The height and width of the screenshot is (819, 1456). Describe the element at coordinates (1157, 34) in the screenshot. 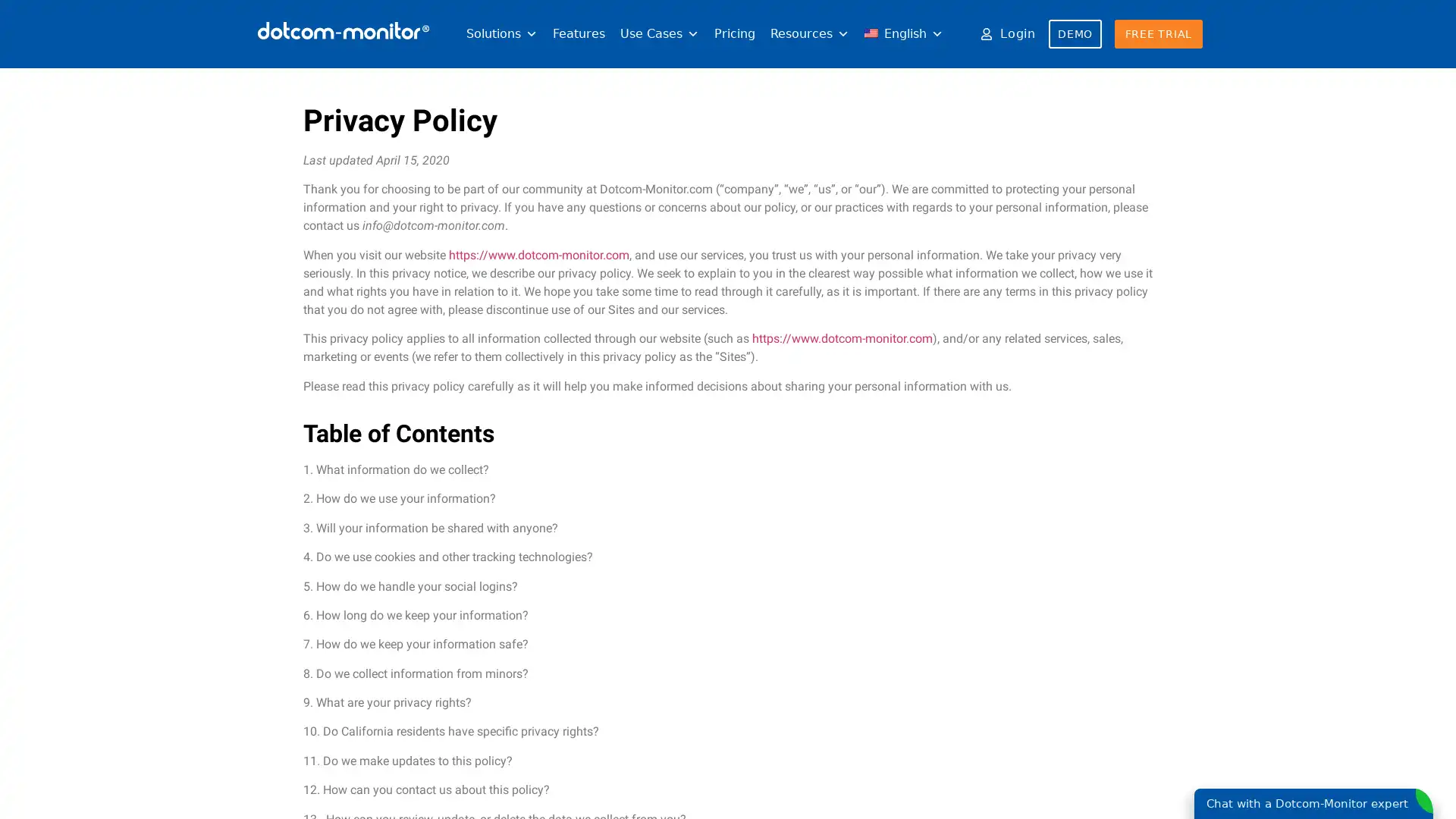

I see `FREE TRIAL` at that location.